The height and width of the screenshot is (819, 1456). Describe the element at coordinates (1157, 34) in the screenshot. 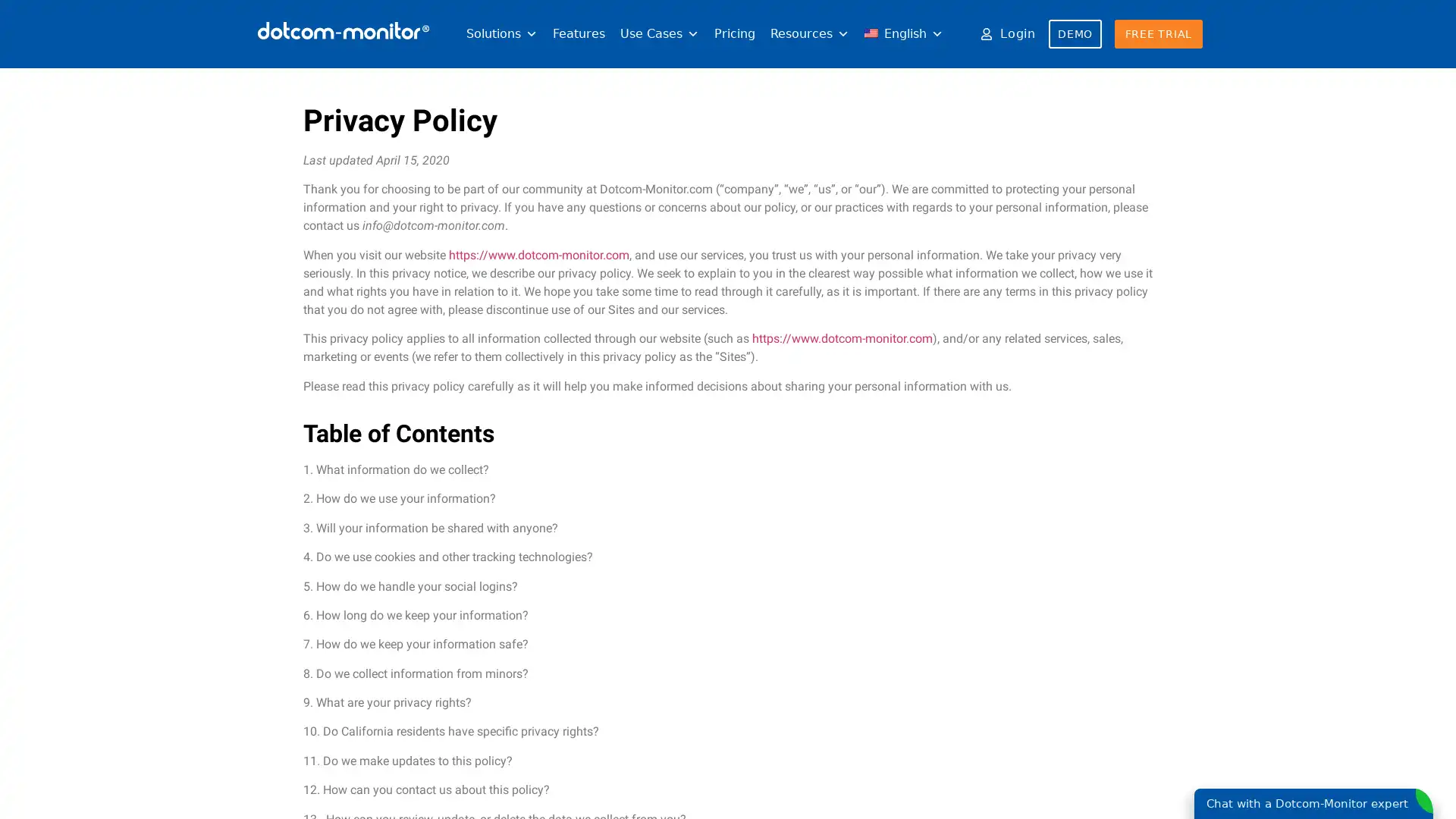

I see `FREE TRIAL` at that location.